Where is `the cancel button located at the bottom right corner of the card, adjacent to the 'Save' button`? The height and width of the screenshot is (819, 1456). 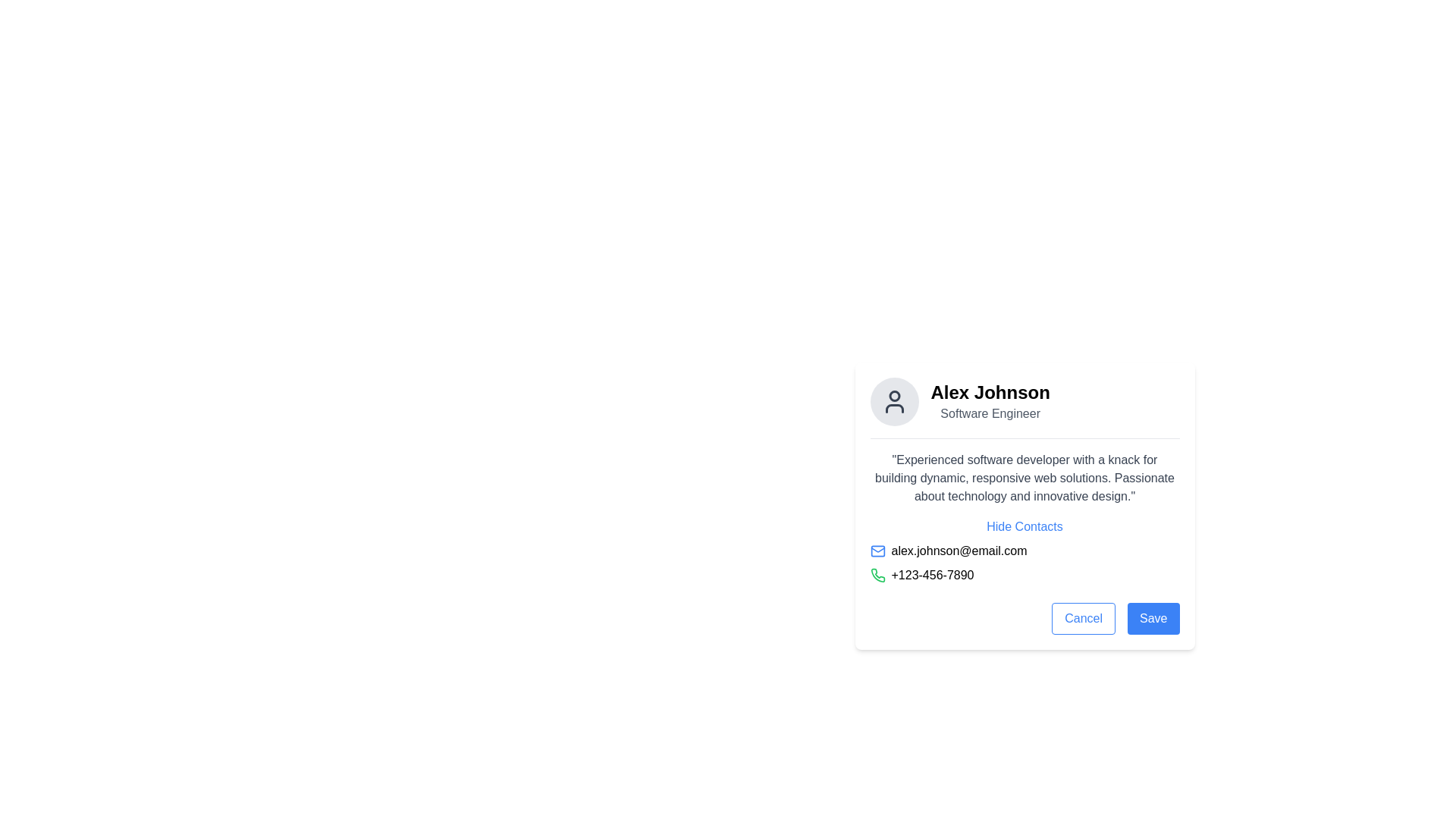
the cancel button located at the bottom right corner of the card, adjacent to the 'Save' button is located at coordinates (1083, 619).